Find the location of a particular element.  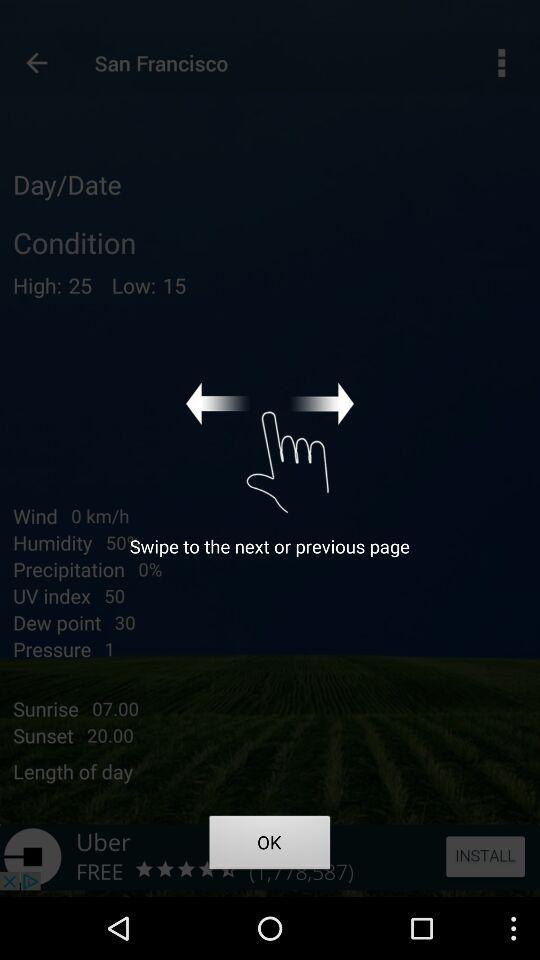

item at the bottom is located at coordinates (270, 844).